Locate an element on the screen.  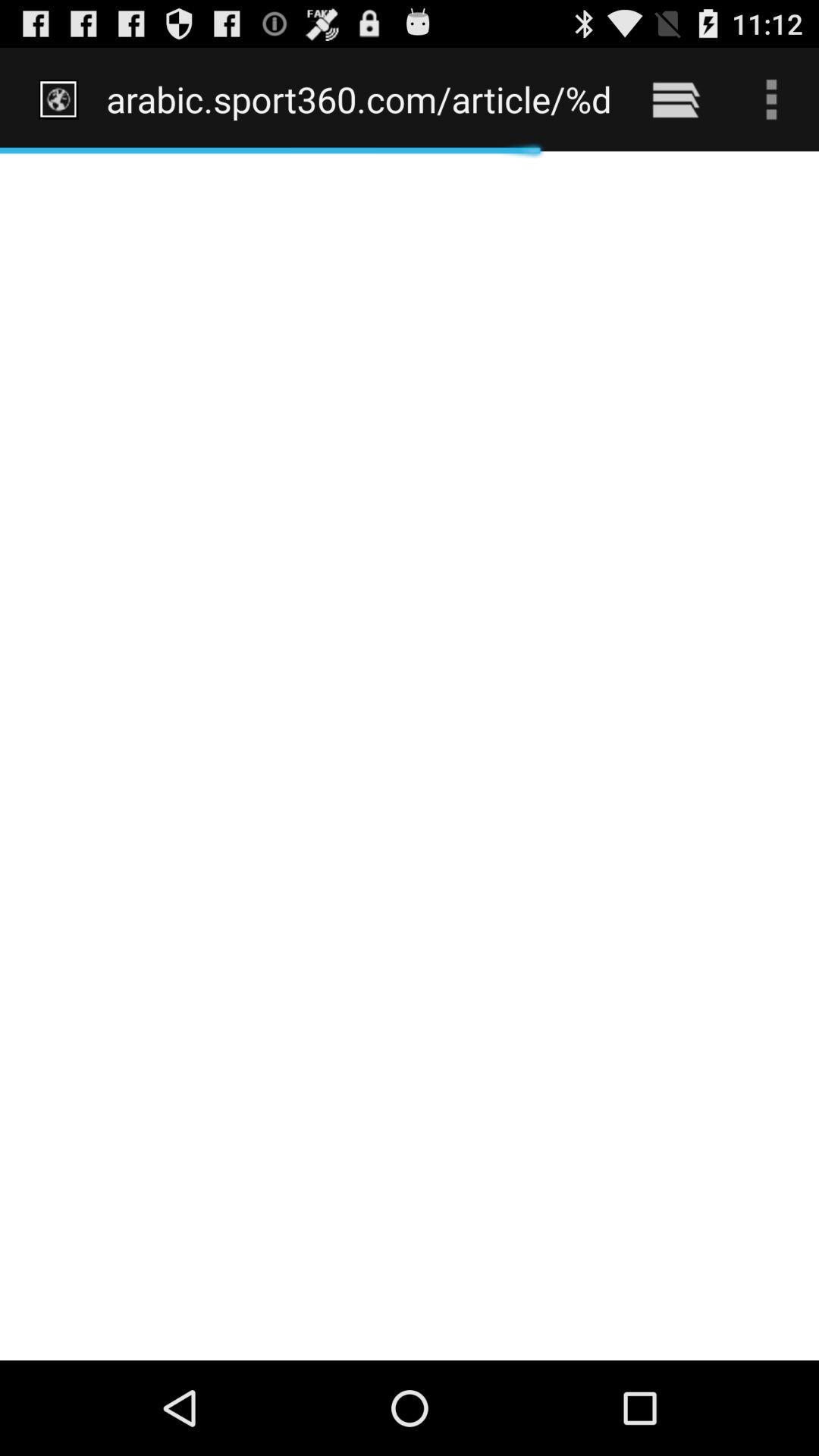
the icon below the arabic sport360 com item is located at coordinates (409, 755).